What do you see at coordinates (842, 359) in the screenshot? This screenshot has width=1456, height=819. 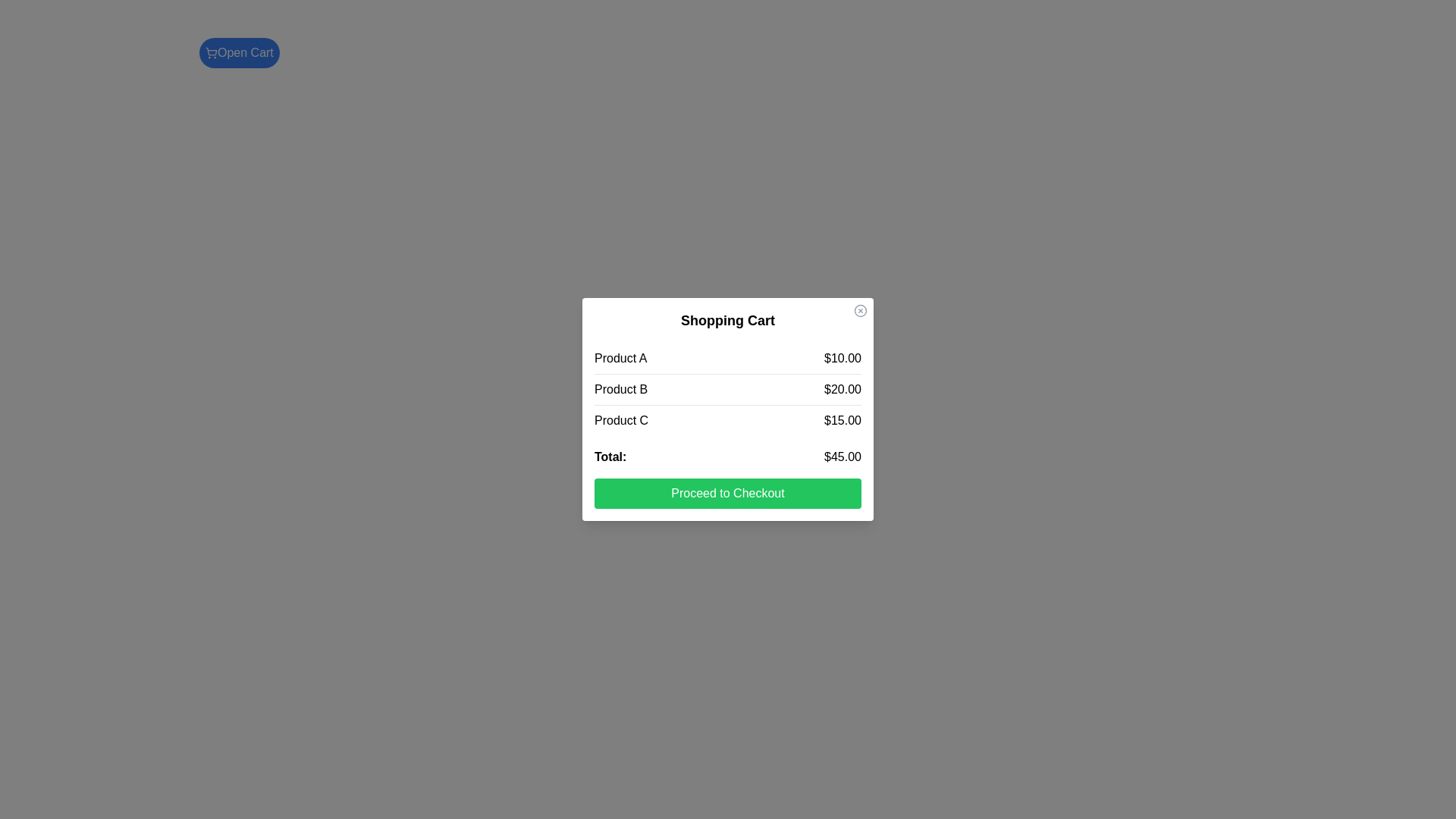 I see `the static text label displaying the monetary value '$10.00' for 'Product A' in the shopping cart modal, located on the far right side of the corresponding row` at bounding box center [842, 359].